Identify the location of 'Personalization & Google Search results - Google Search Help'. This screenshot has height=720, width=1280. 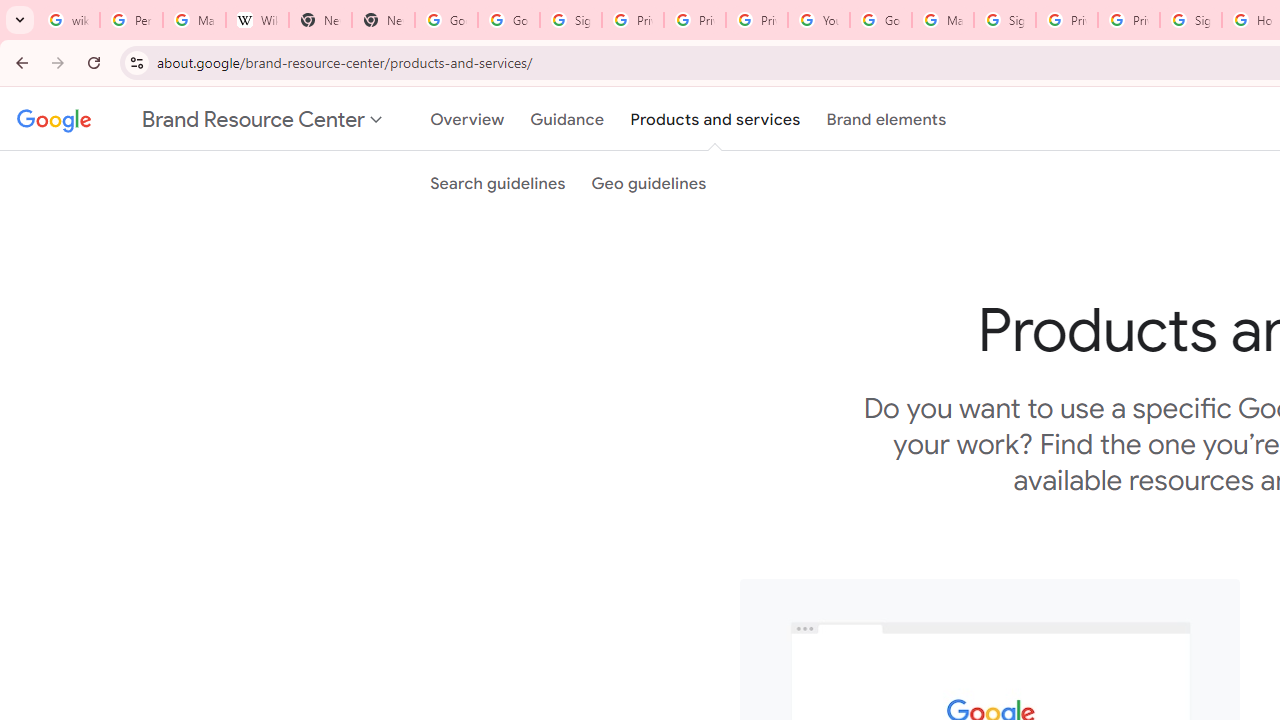
(130, 20).